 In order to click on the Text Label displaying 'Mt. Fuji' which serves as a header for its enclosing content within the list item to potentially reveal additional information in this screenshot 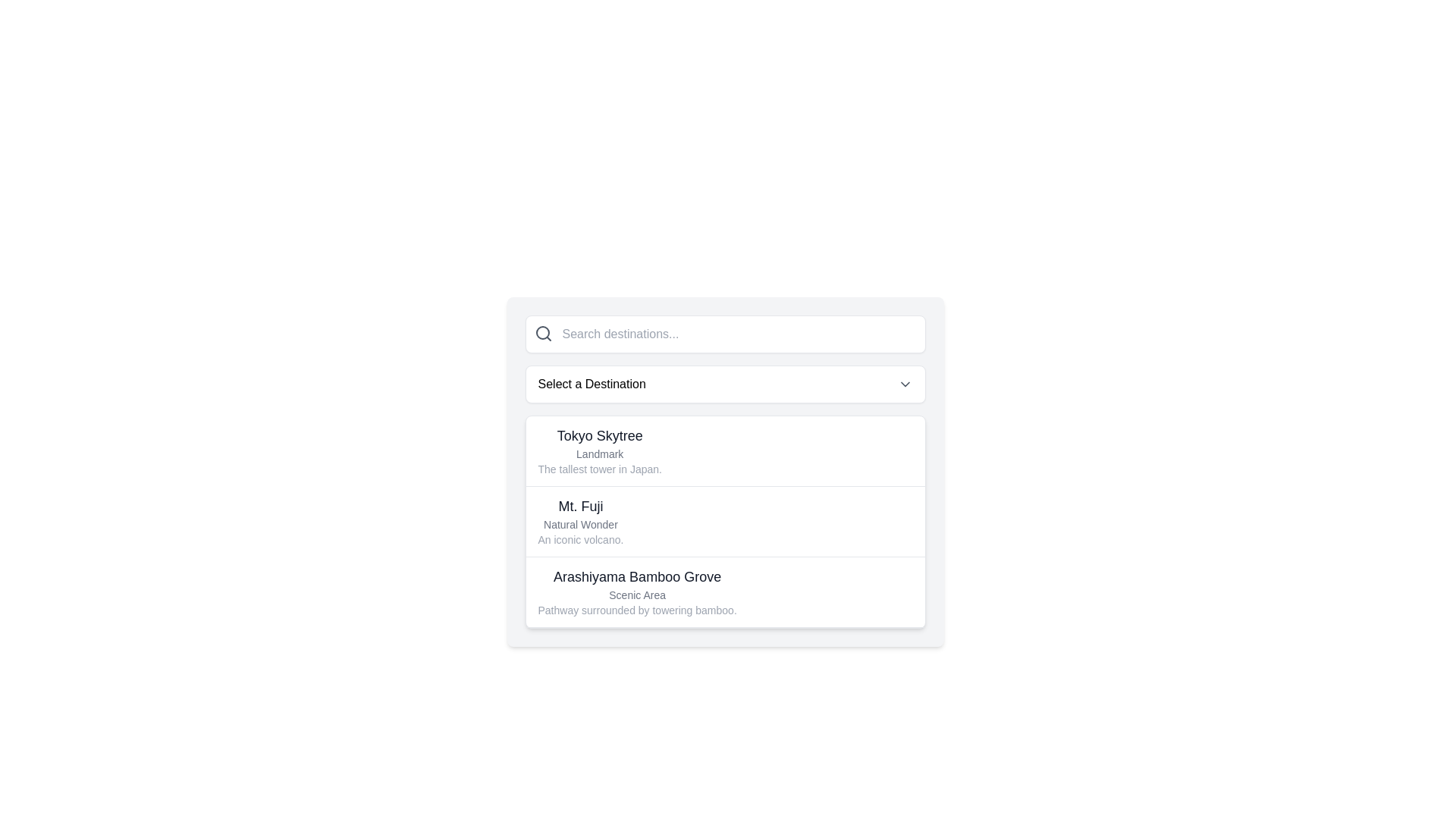, I will do `click(579, 506)`.